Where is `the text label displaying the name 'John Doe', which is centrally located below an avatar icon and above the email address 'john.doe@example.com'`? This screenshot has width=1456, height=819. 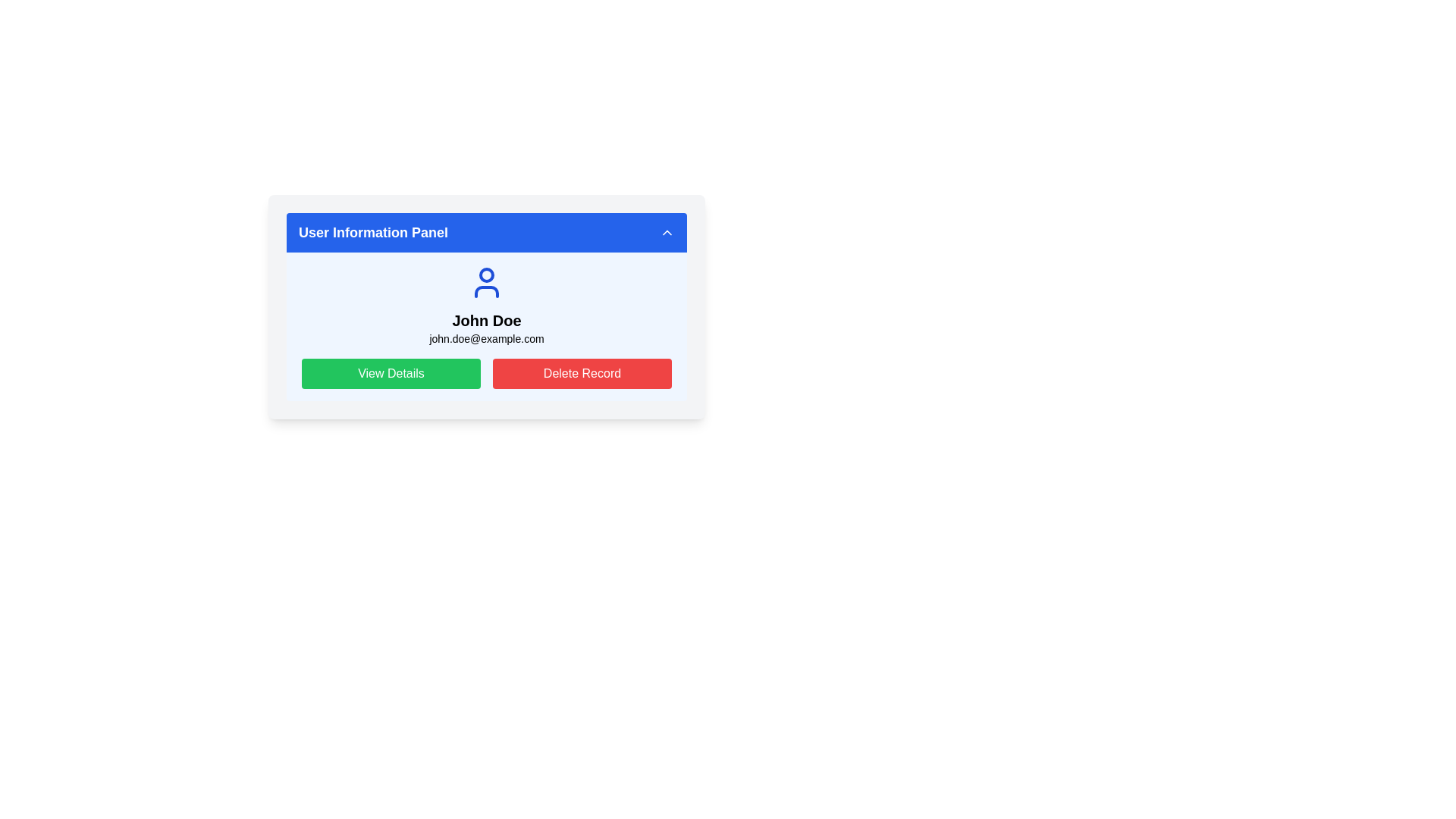
the text label displaying the name 'John Doe', which is centrally located below an avatar icon and above the email address 'john.doe@example.com' is located at coordinates (487, 320).